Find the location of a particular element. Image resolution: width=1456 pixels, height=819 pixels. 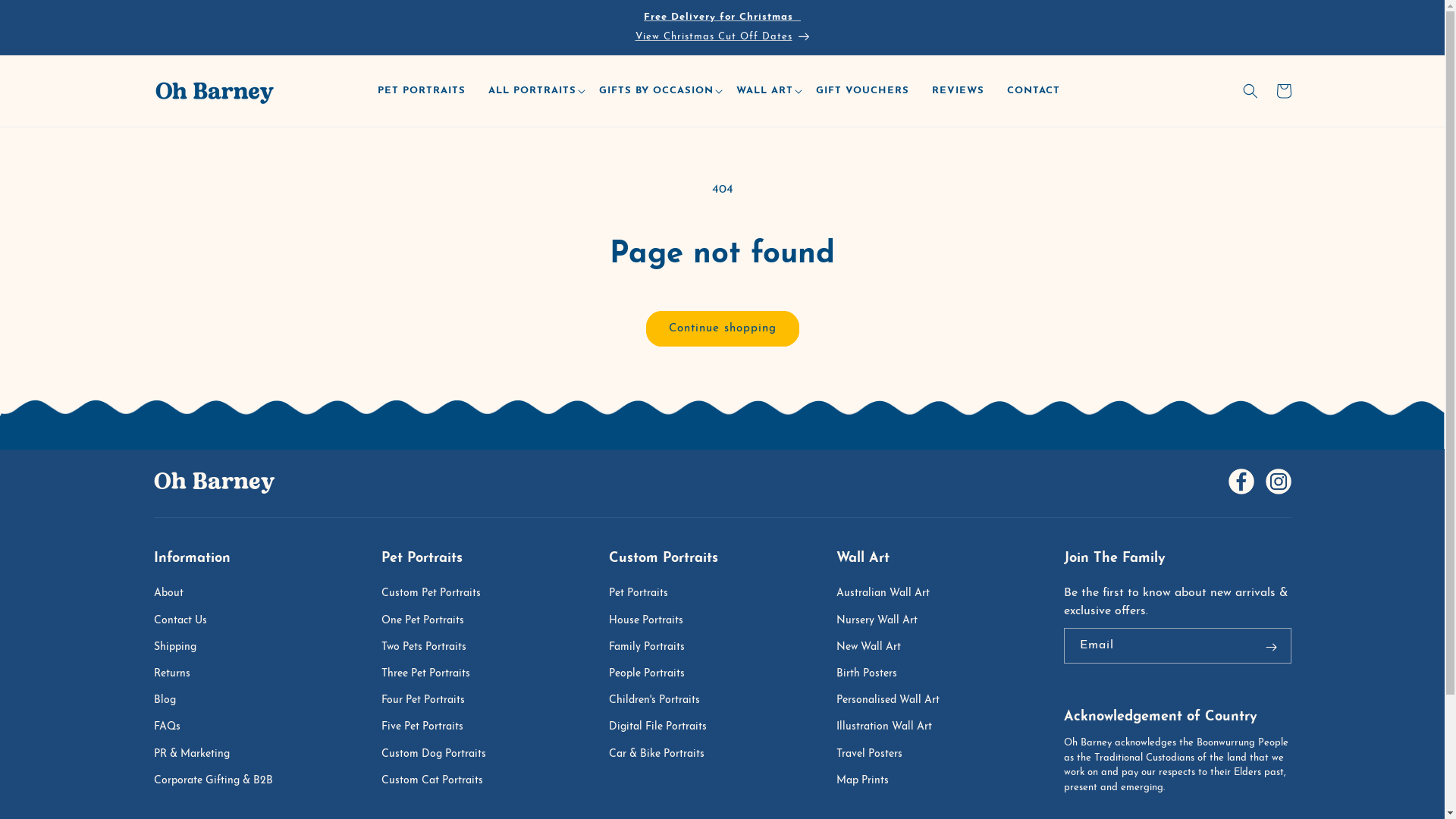

'Personalised Wall Art' is located at coordinates (895, 700).